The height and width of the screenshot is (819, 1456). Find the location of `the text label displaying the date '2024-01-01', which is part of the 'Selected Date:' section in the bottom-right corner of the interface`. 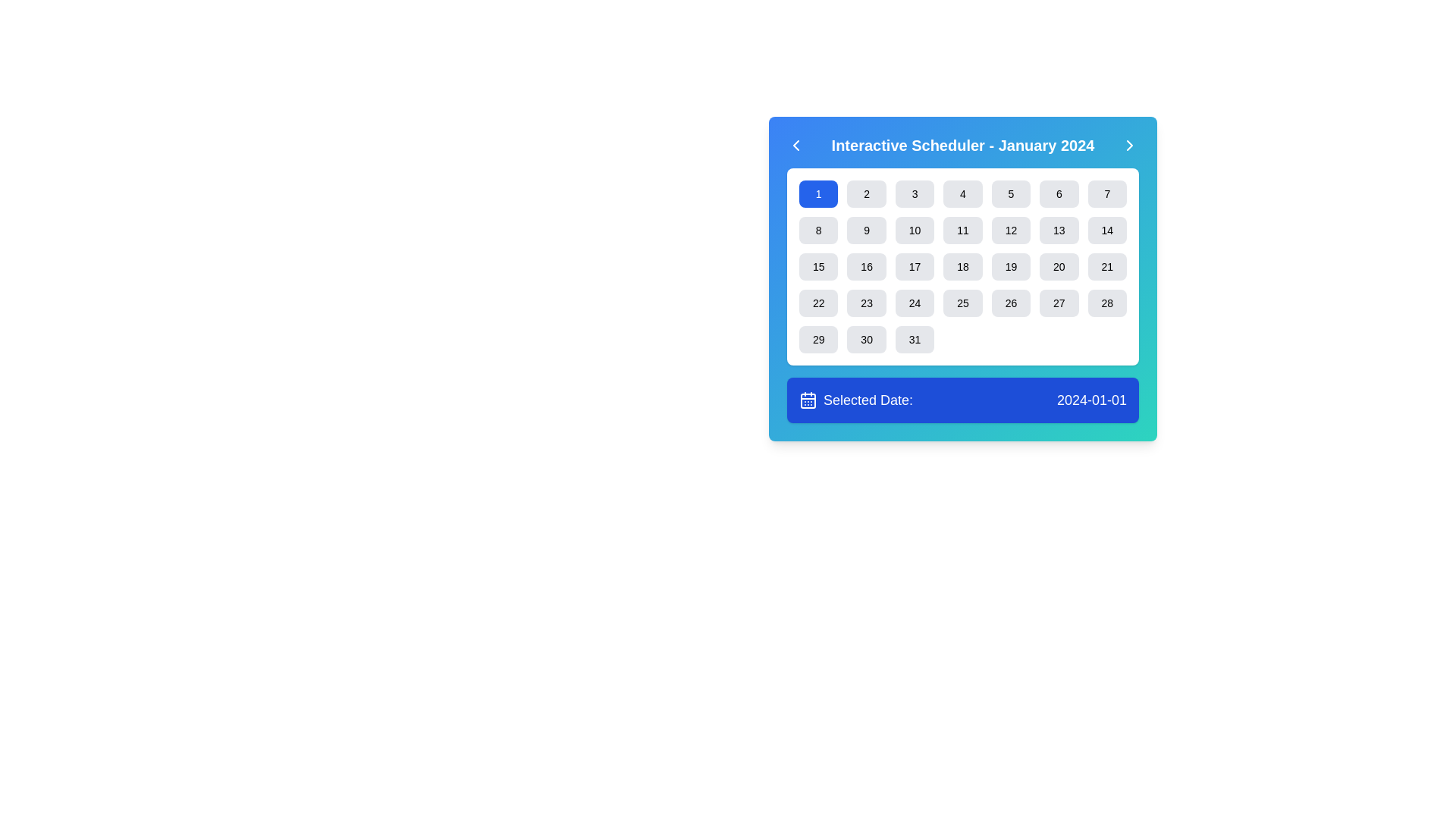

the text label displaying the date '2024-01-01', which is part of the 'Selected Date:' section in the bottom-right corner of the interface is located at coordinates (1092, 400).